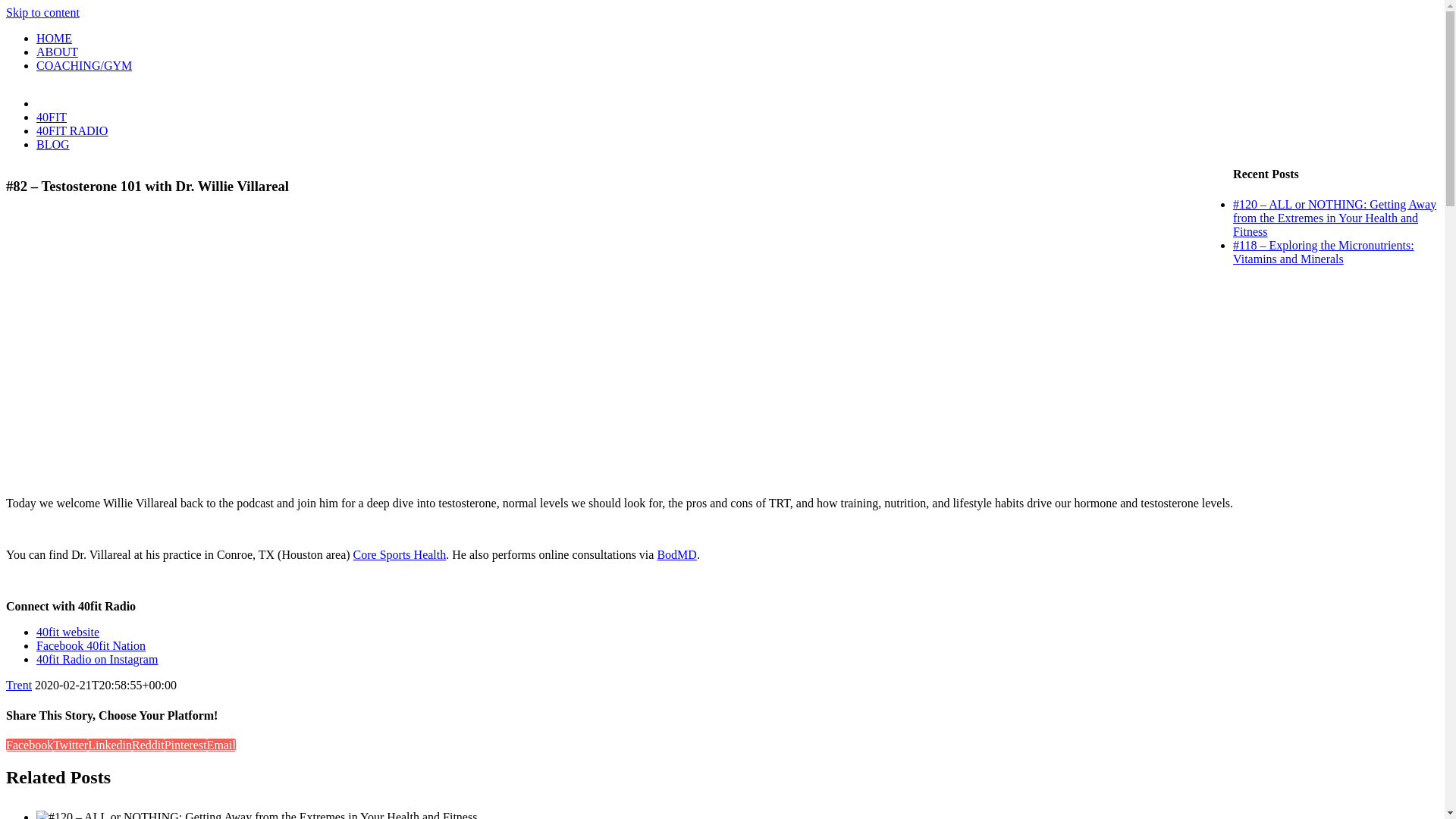 This screenshot has height=819, width=1456. Describe the element at coordinates (83, 64) in the screenshot. I see `'COACHING/GYM'` at that location.